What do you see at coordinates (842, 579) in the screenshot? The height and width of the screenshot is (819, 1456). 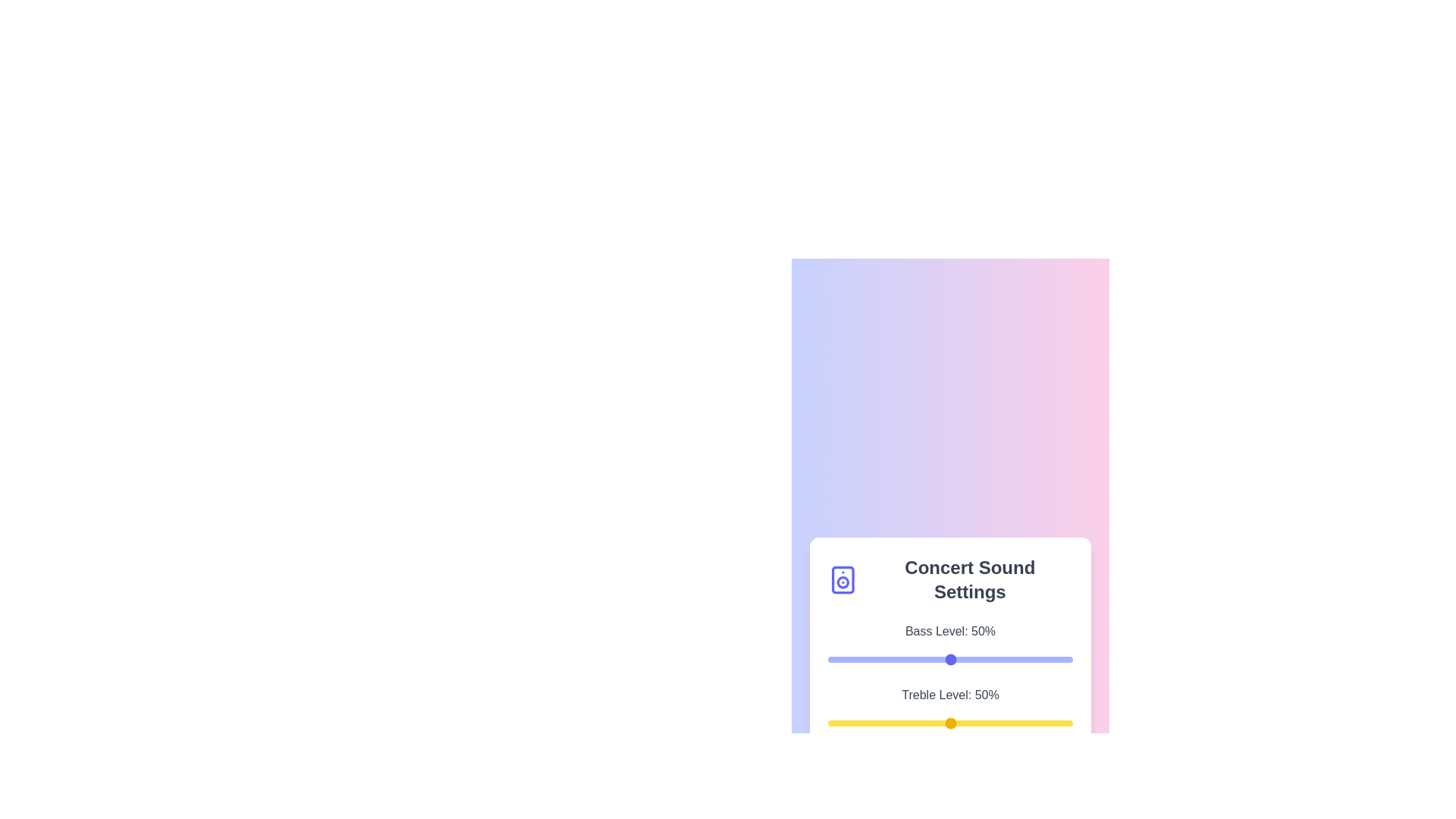 I see `the speaker icon` at bounding box center [842, 579].